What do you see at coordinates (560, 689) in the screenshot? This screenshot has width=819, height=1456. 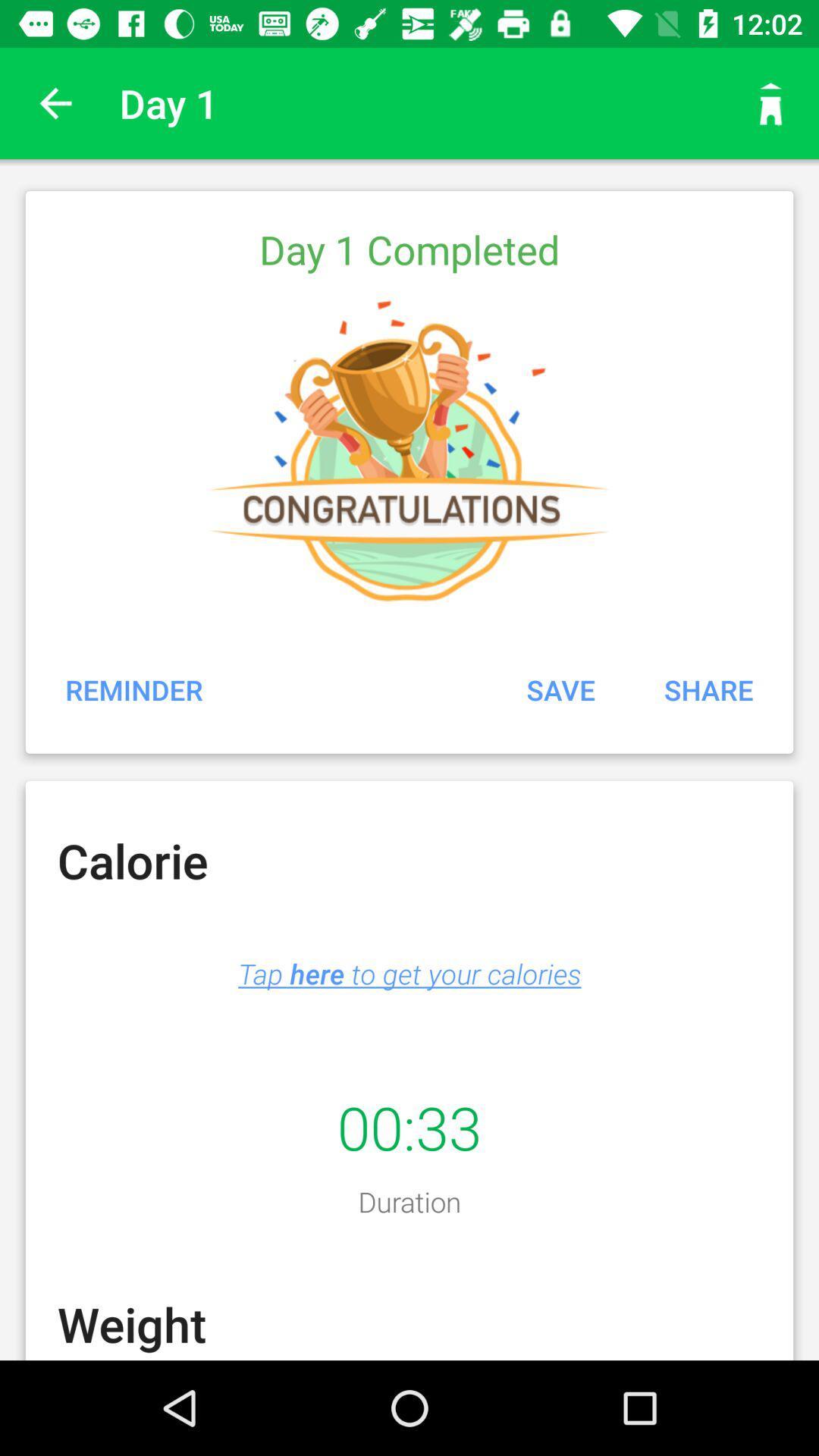 I see `icon to the right of reminder item` at bounding box center [560, 689].